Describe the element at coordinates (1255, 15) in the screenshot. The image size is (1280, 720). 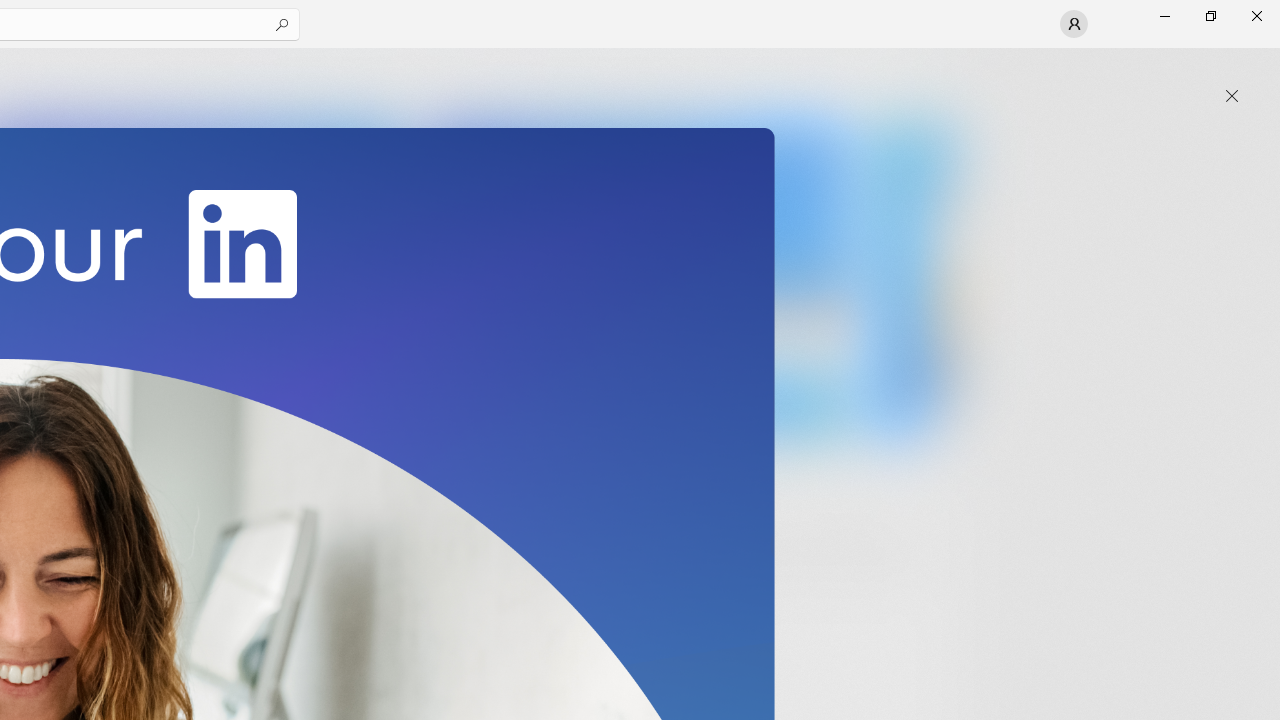
I see `'Close Microsoft Store'` at that location.